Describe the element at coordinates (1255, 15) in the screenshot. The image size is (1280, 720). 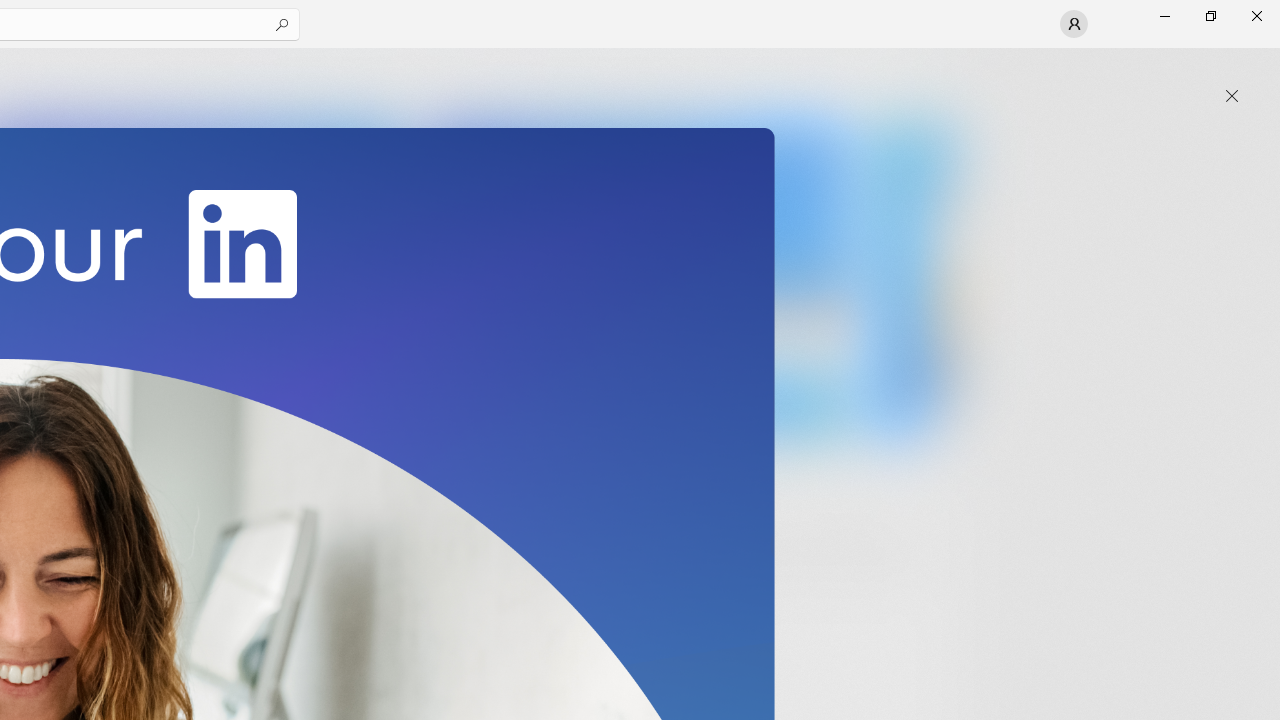
I see `'Close Microsoft Store'` at that location.